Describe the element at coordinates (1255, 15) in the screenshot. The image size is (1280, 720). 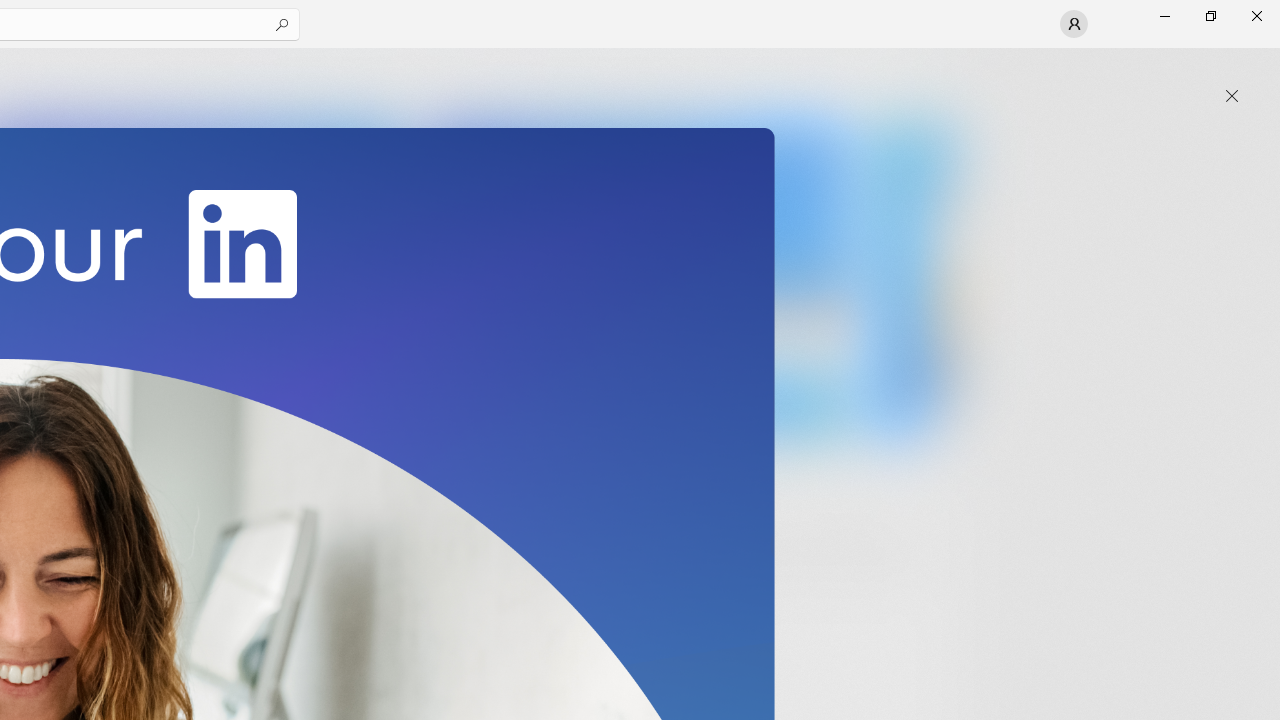
I see `'Close Microsoft Store'` at that location.